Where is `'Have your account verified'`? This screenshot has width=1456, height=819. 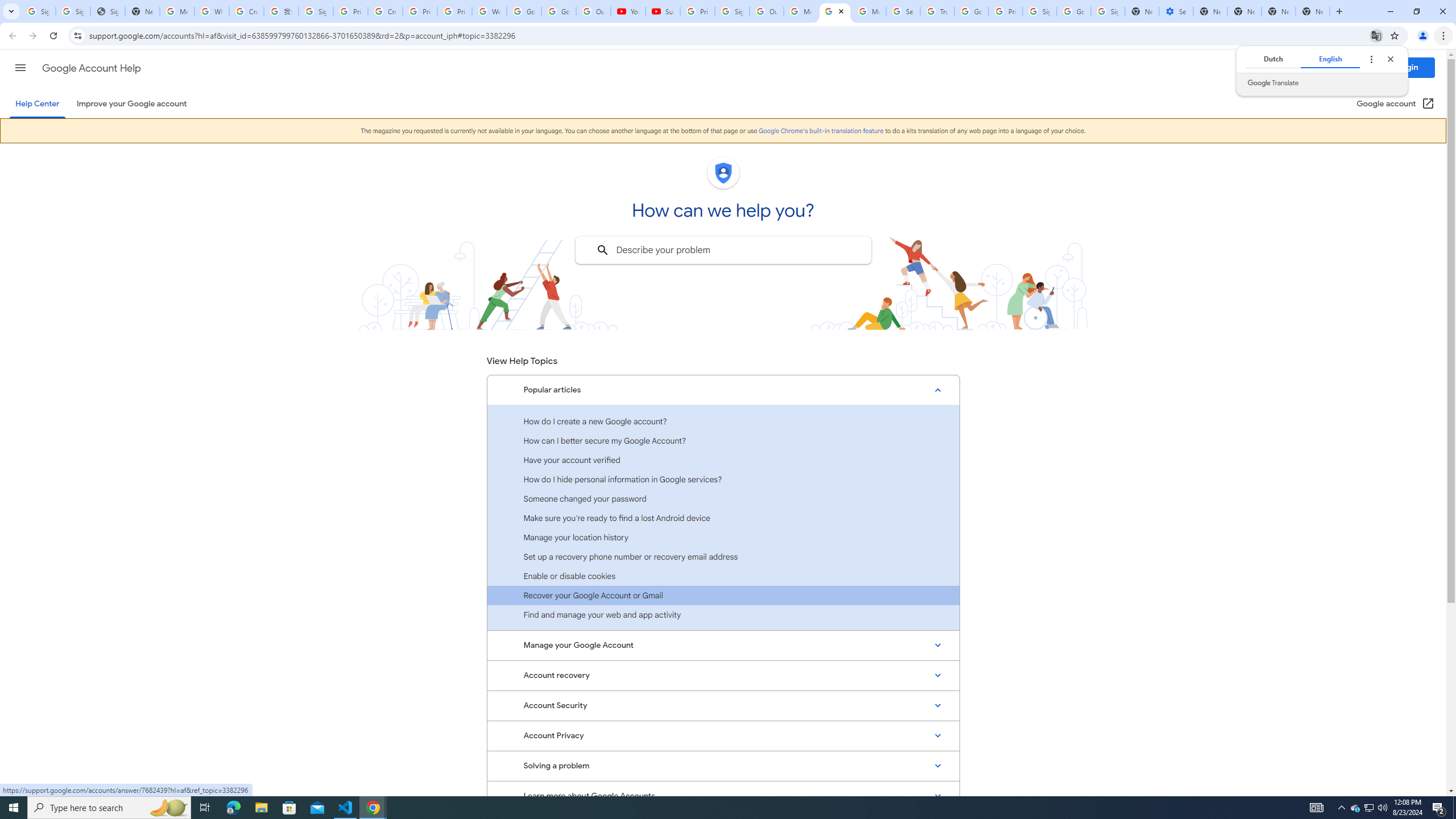
'Have your account verified' is located at coordinates (723, 460).